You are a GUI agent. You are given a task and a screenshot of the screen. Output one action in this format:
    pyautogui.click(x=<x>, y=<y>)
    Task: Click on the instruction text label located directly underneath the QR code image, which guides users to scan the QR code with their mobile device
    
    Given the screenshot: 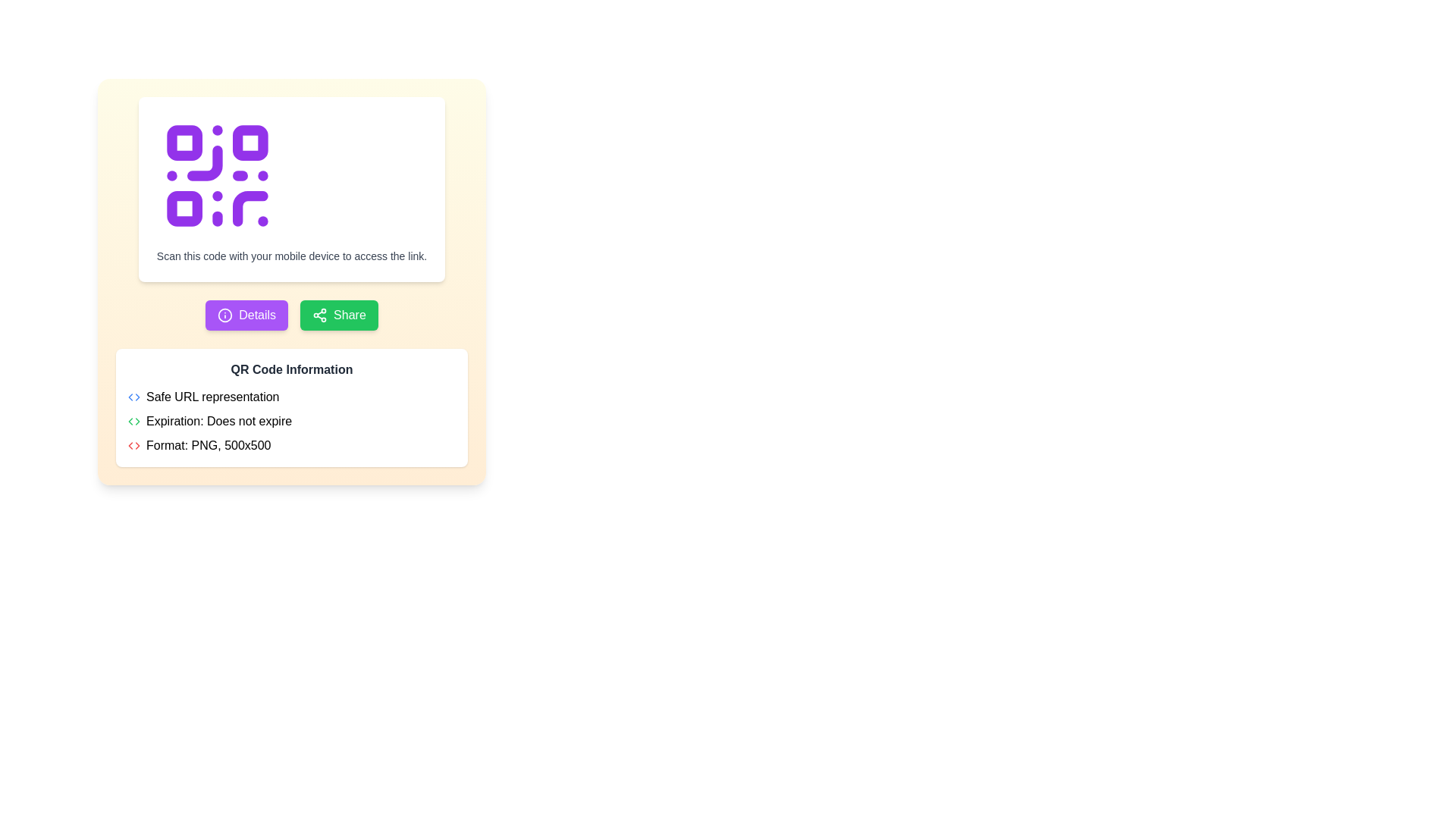 What is the action you would take?
    pyautogui.click(x=291, y=256)
    